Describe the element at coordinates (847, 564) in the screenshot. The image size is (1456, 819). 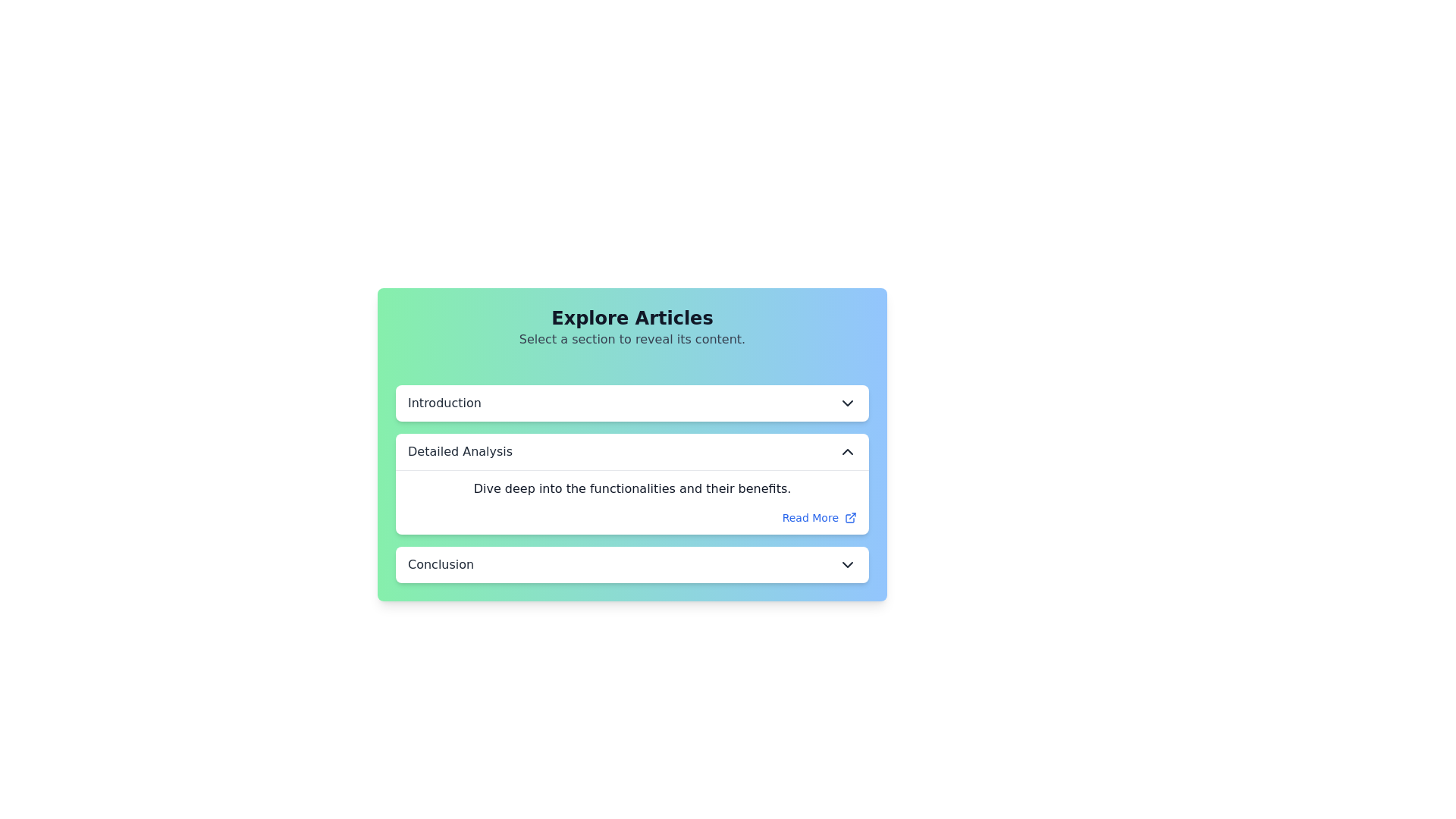
I see `the chevron icon button located at the far right-hand side of the 'Conclusion' section` at that location.